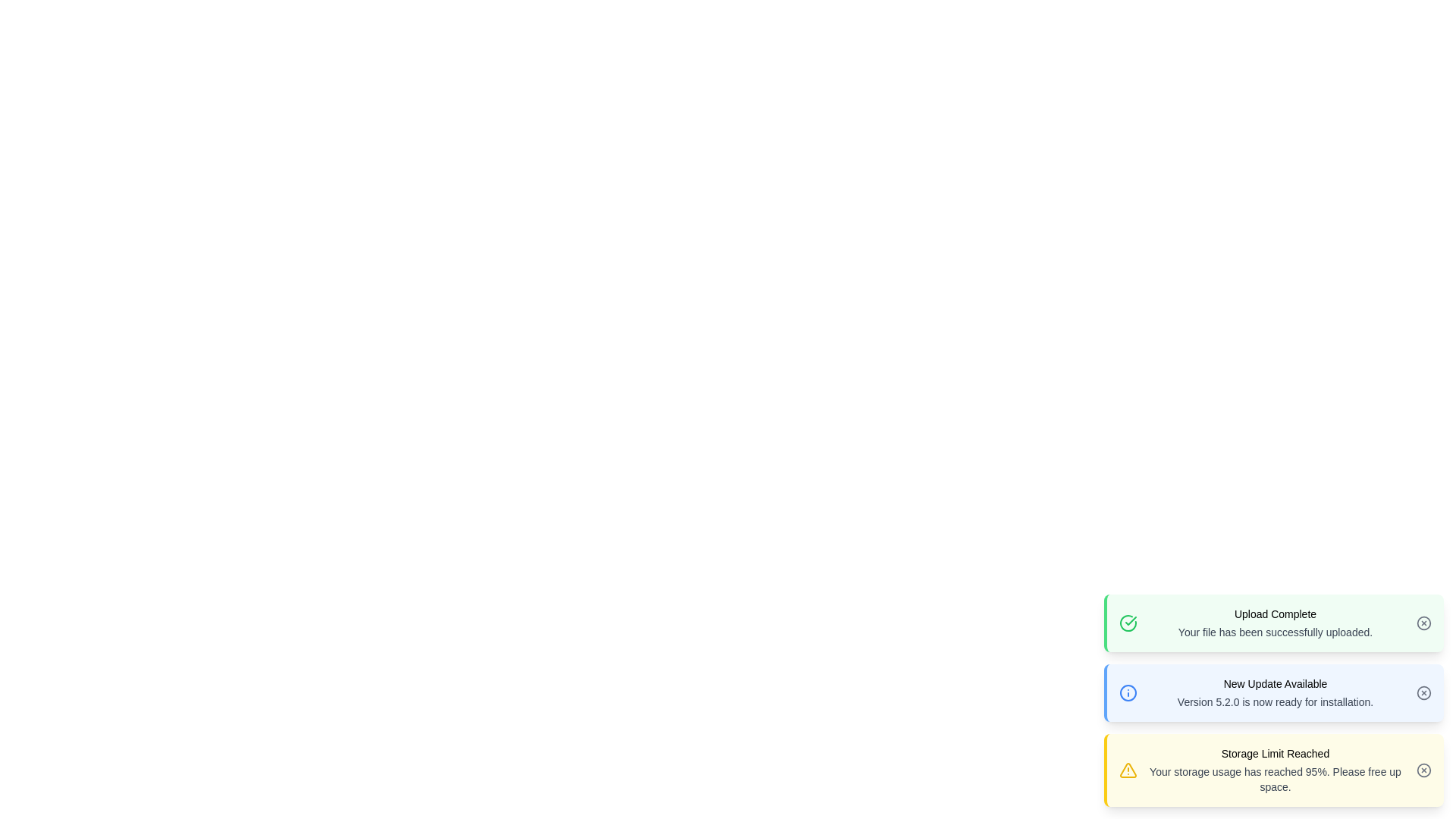 This screenshot has height=819, width=1456. Describe the element at coordinates (1274, 693) in the screenshot. I see `static text content about the software update located in the second notification card from the top with a blue-themed background` at that location.